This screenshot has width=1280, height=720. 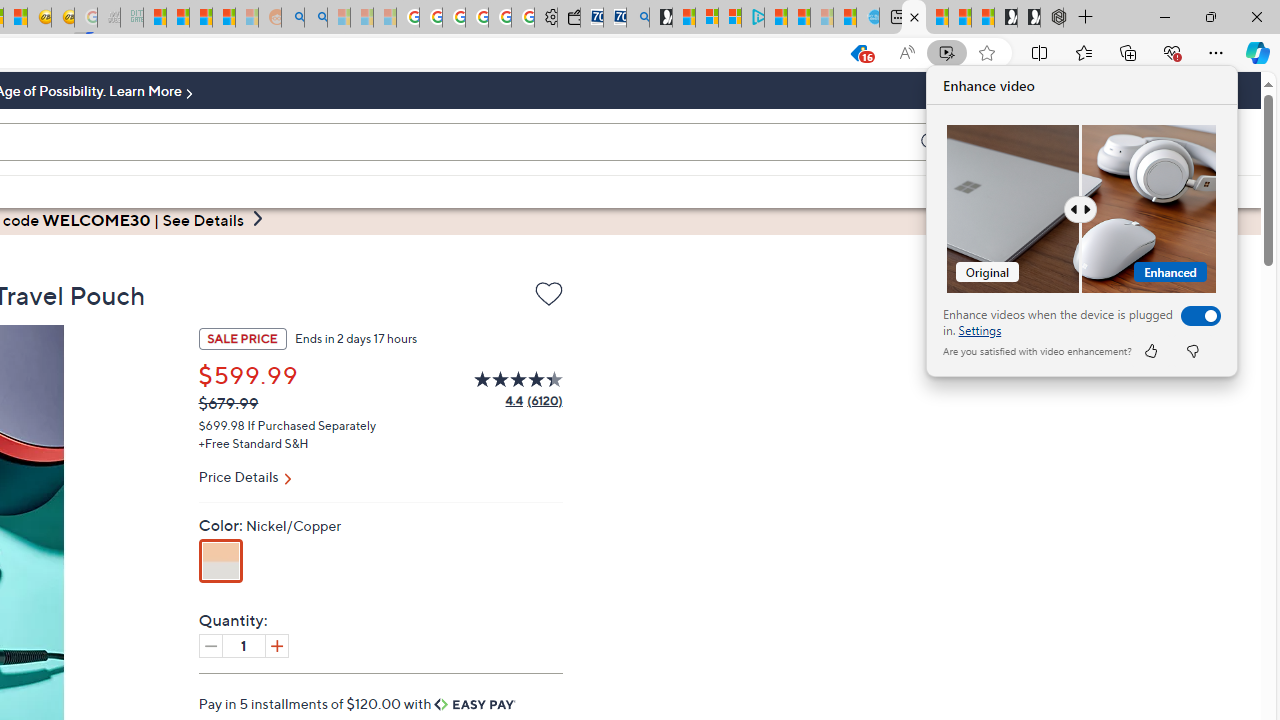 I want to click on 'Increase quantity by 1', so click(x=275, y=645).